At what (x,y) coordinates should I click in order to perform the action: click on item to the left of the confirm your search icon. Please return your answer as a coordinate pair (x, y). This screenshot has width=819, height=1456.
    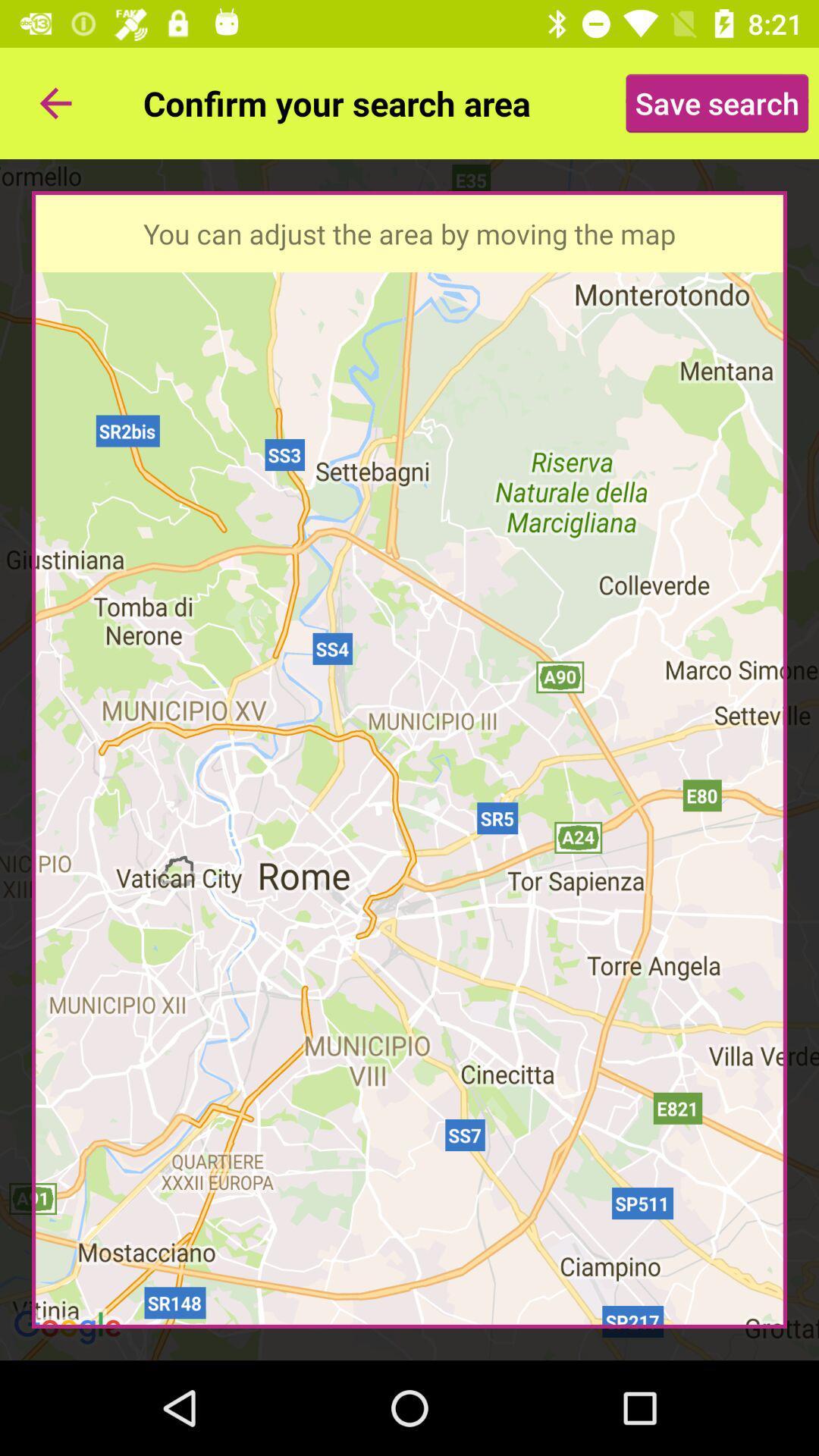
    Looking at the image, I should click on (55, 102).